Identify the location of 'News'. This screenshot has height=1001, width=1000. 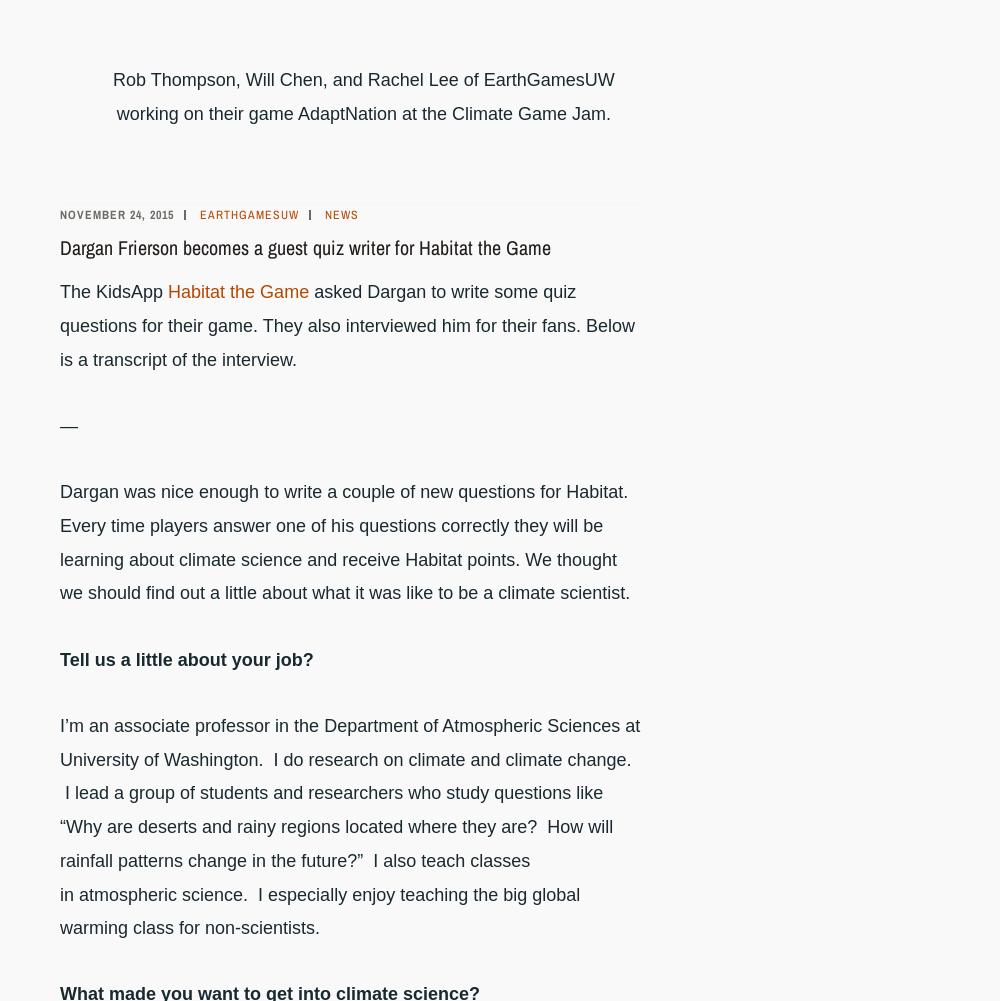
(341, 214).